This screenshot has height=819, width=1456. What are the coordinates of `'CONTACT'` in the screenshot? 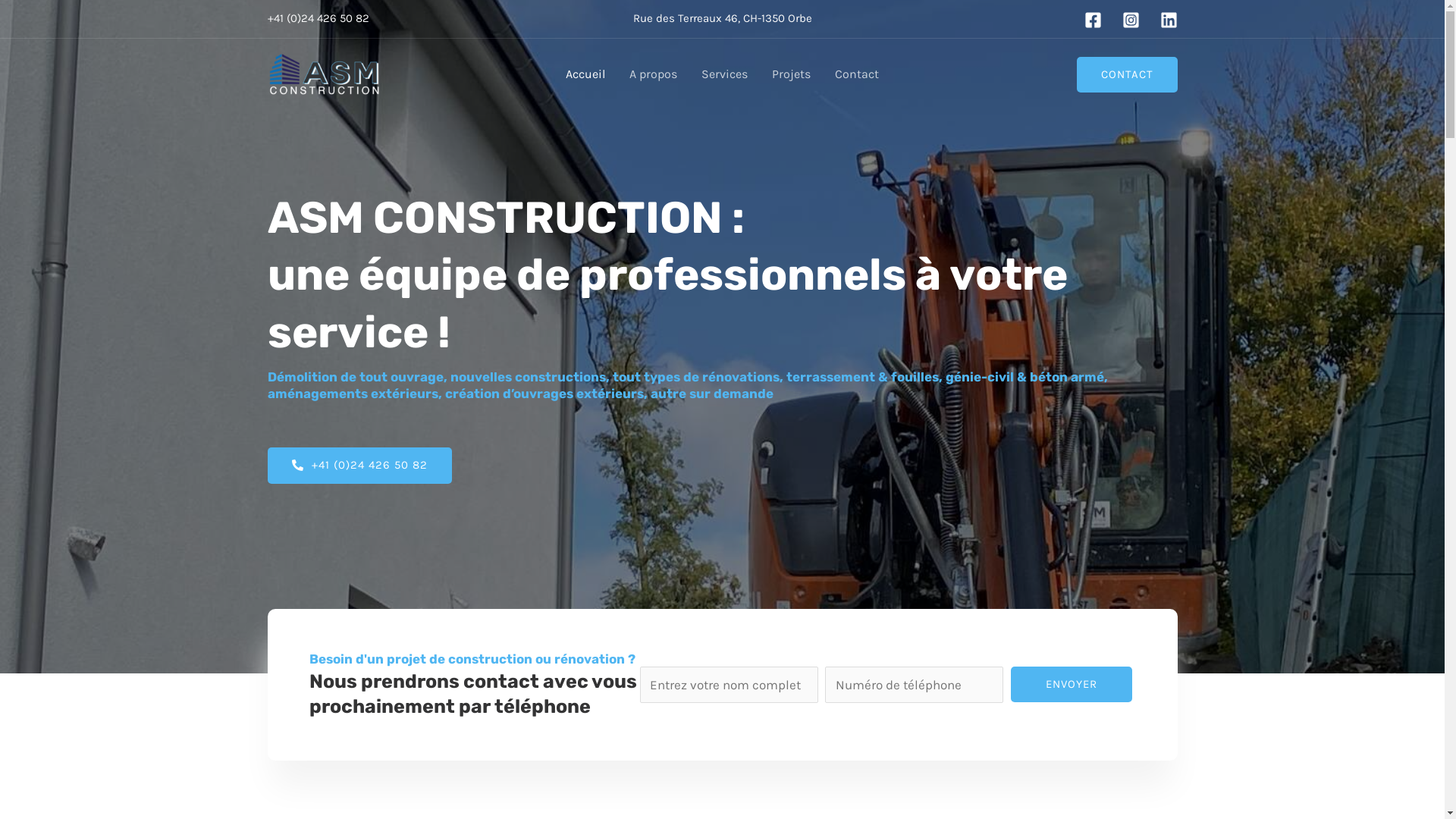 It's located at (1127, 74).